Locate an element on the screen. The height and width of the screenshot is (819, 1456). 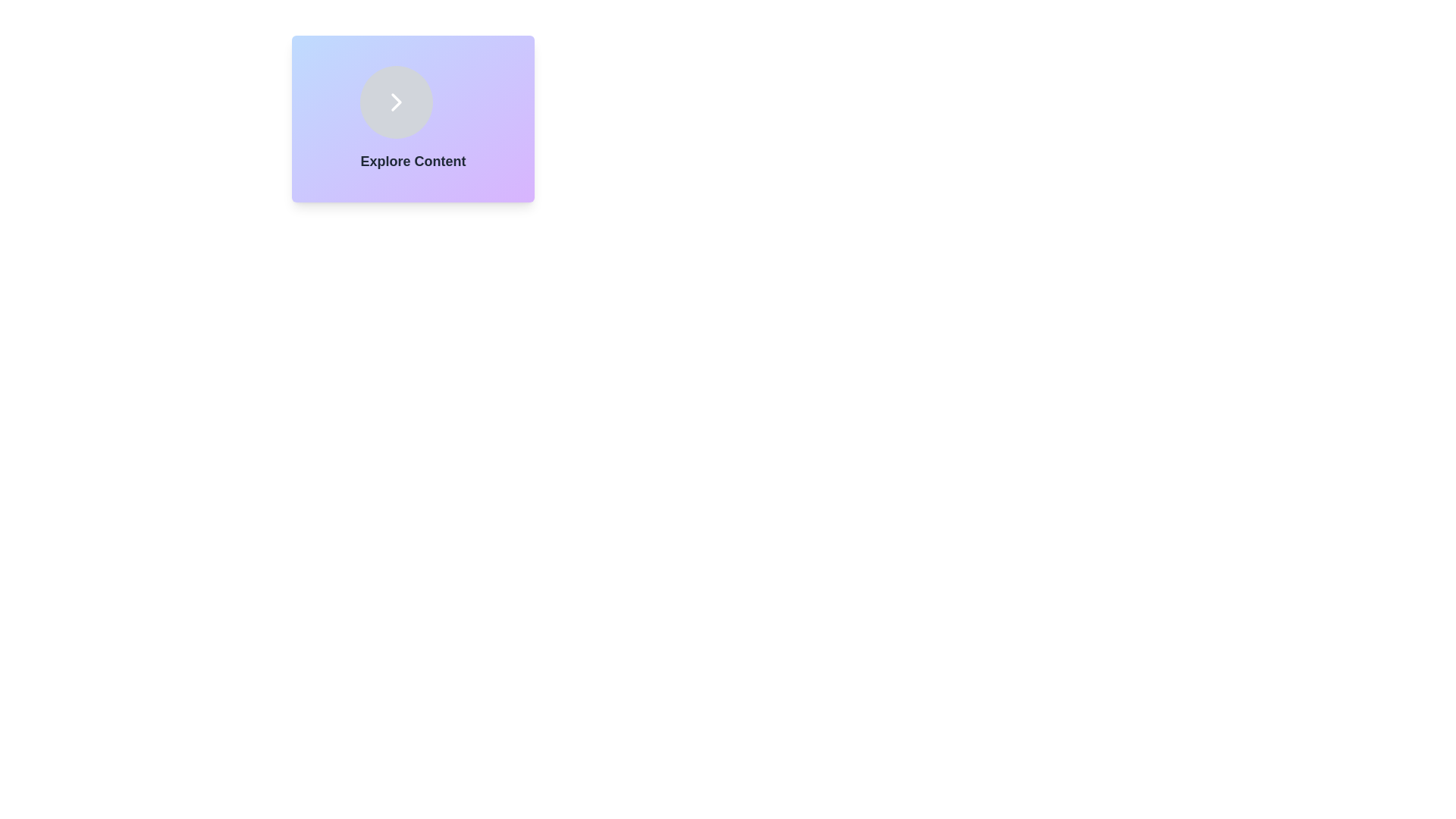
the navigation icon located at the center-top of the gradient-backed card is located at coordinates (397, 102).